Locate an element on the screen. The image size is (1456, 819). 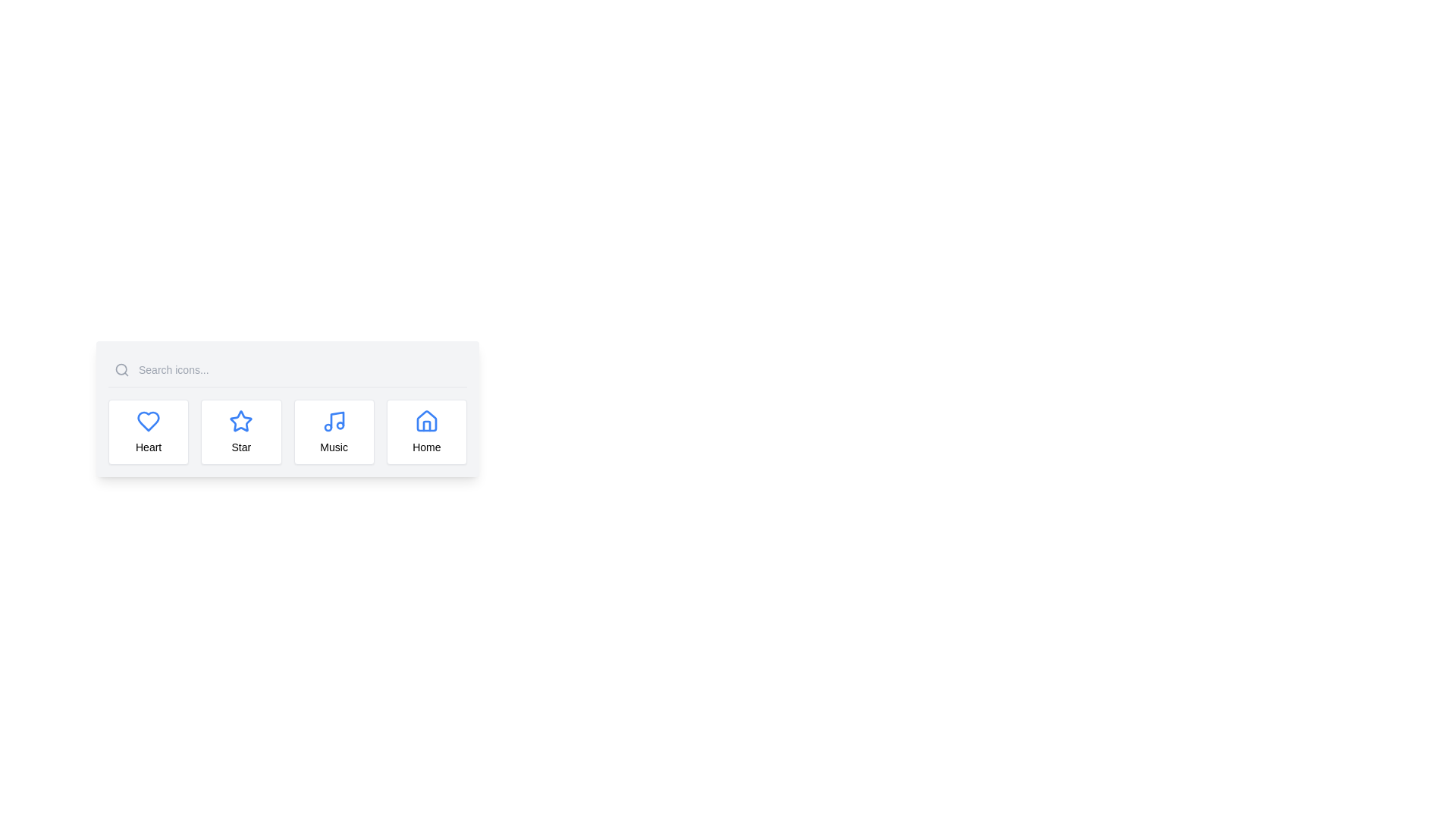
the blue house icon located at the center of the card labeled 'Home' to initiate navigation or selection is located at coordinates (425, 421).